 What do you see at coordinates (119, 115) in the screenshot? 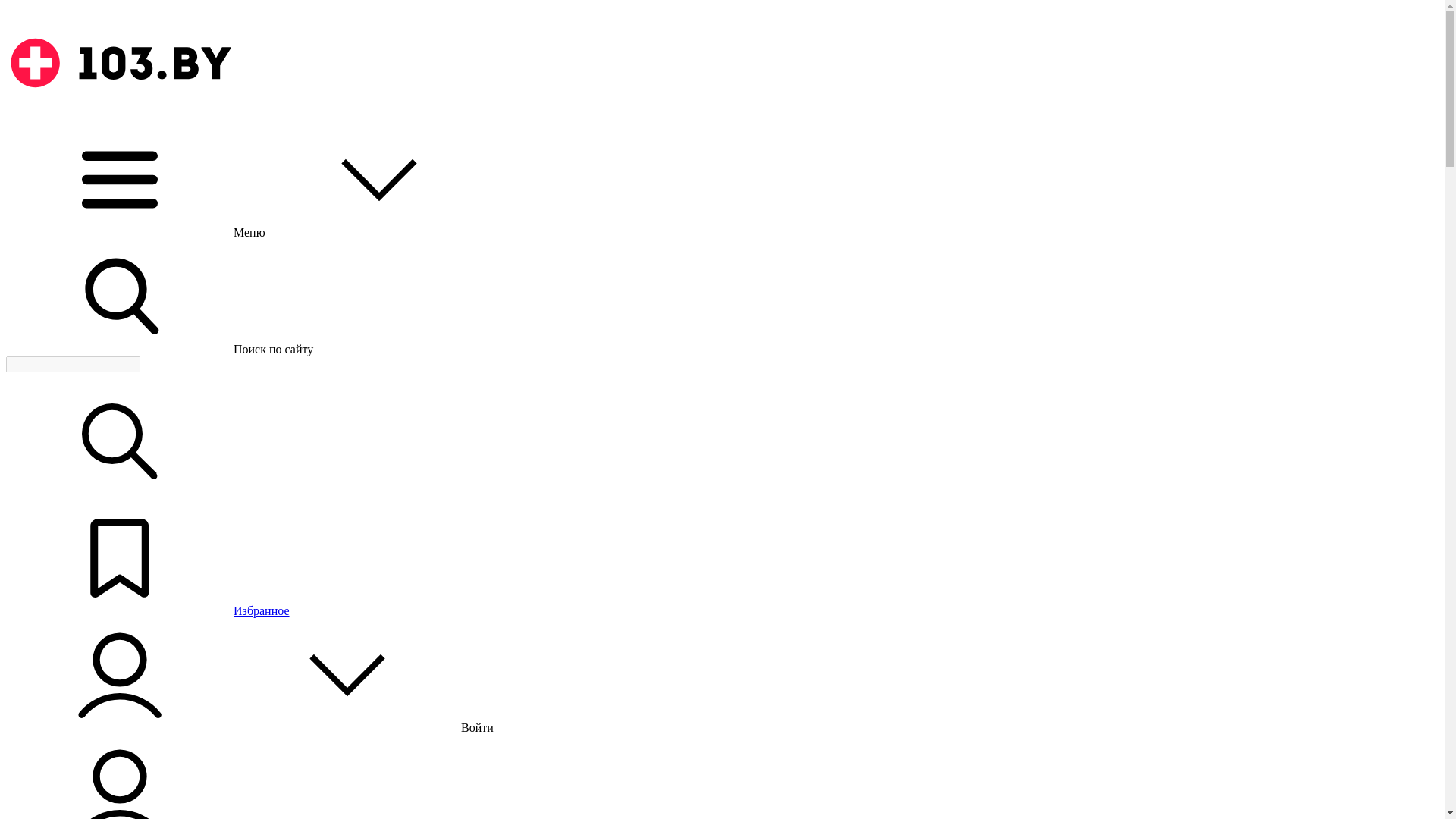
I see `'logo'` at bounding box center [119, 115].